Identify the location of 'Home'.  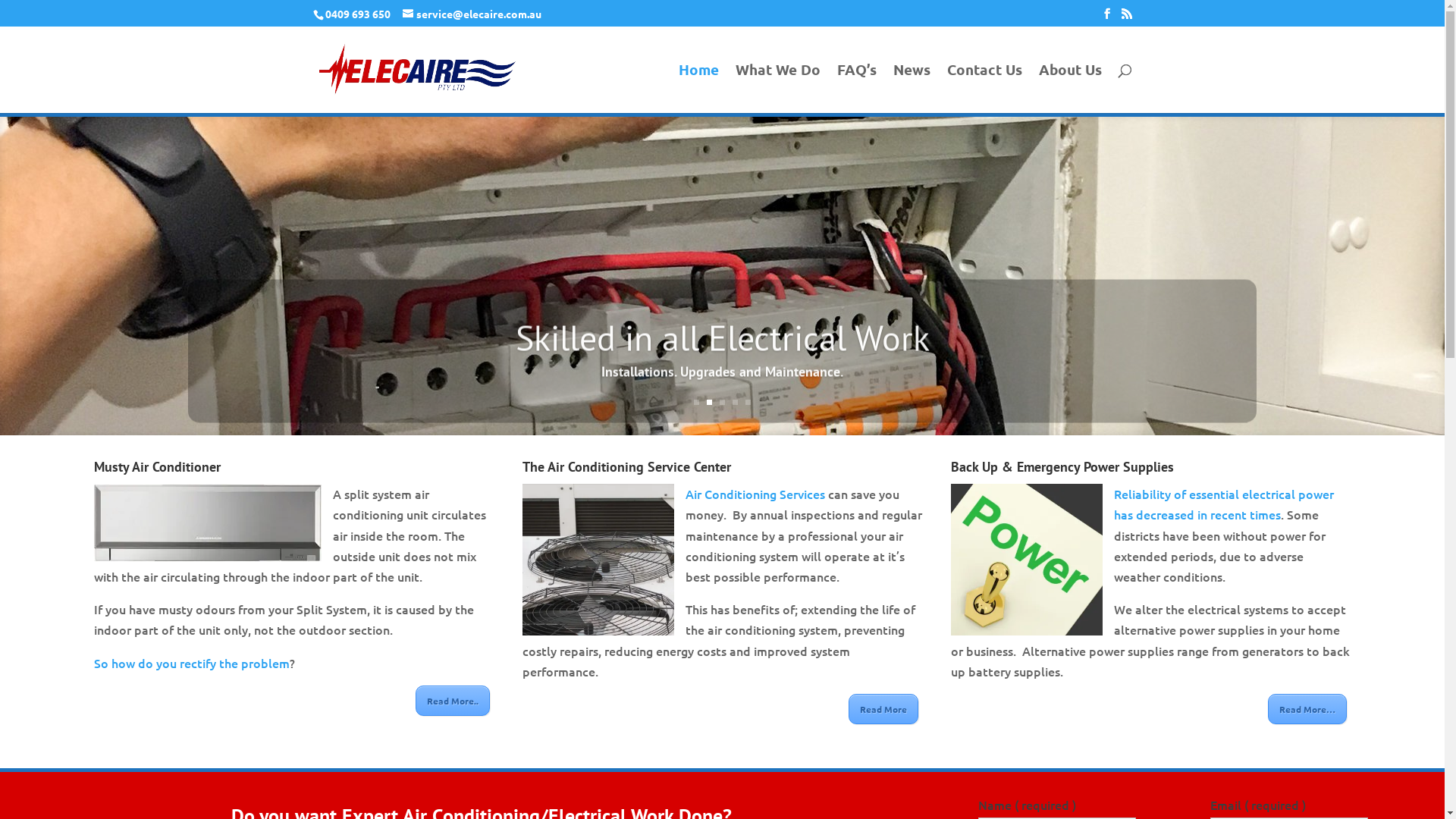
(697, 88).